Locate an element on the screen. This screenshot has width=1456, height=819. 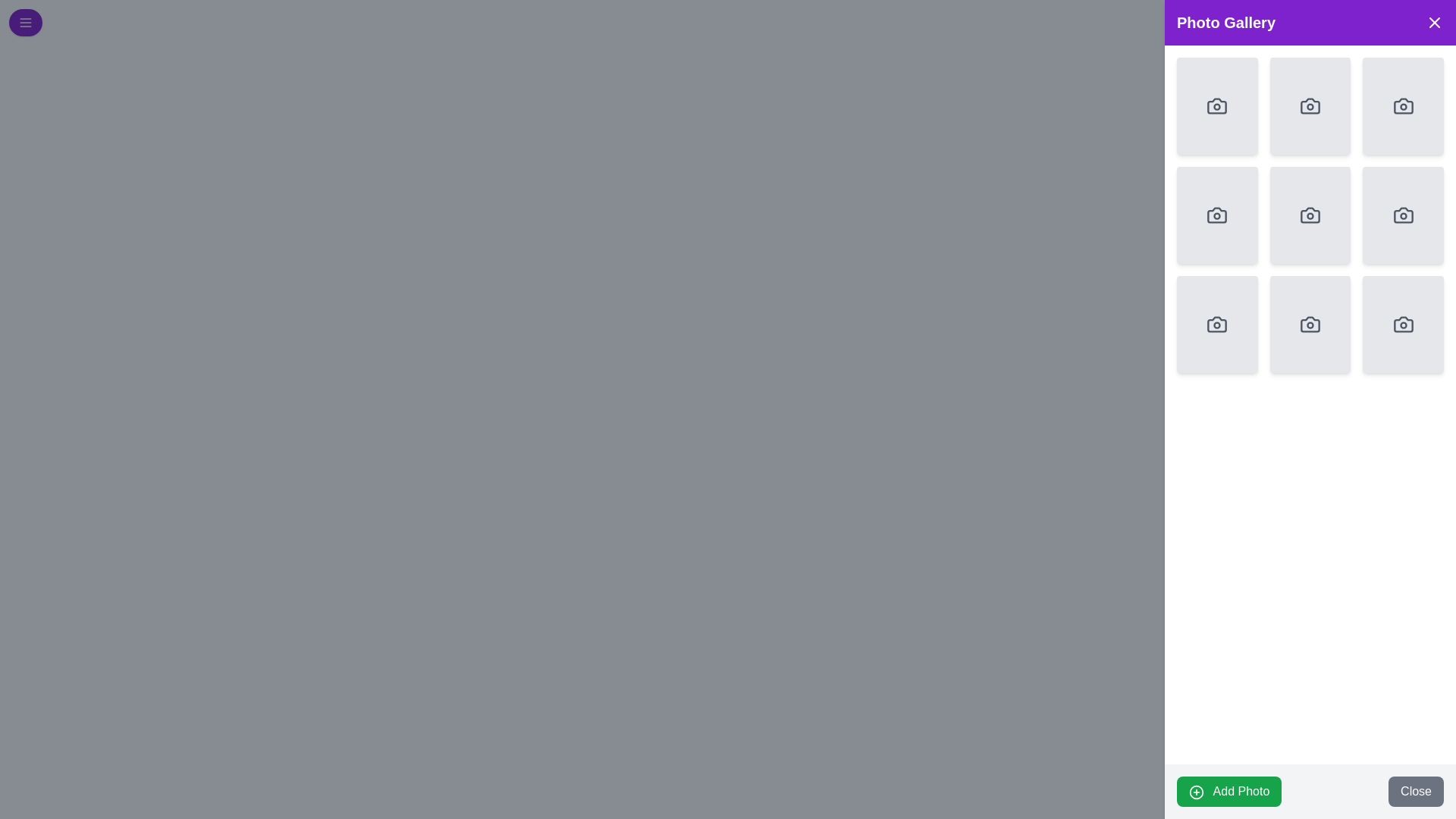
the placeholder visual element in the photo gallery grid is located at coordinates (1402, 105).